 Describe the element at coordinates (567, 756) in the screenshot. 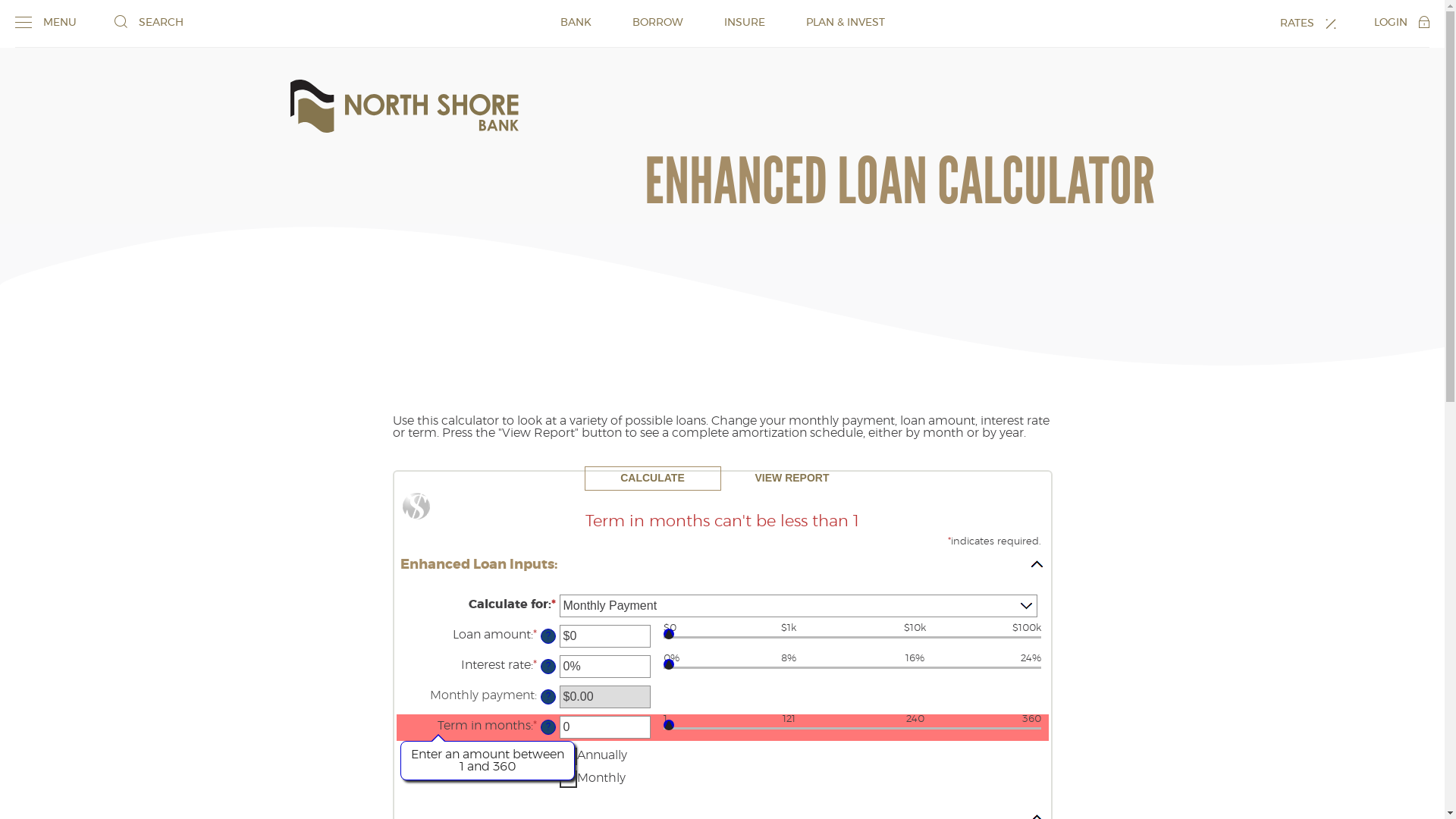

I see `'Report amortization: Annually'` at that location.